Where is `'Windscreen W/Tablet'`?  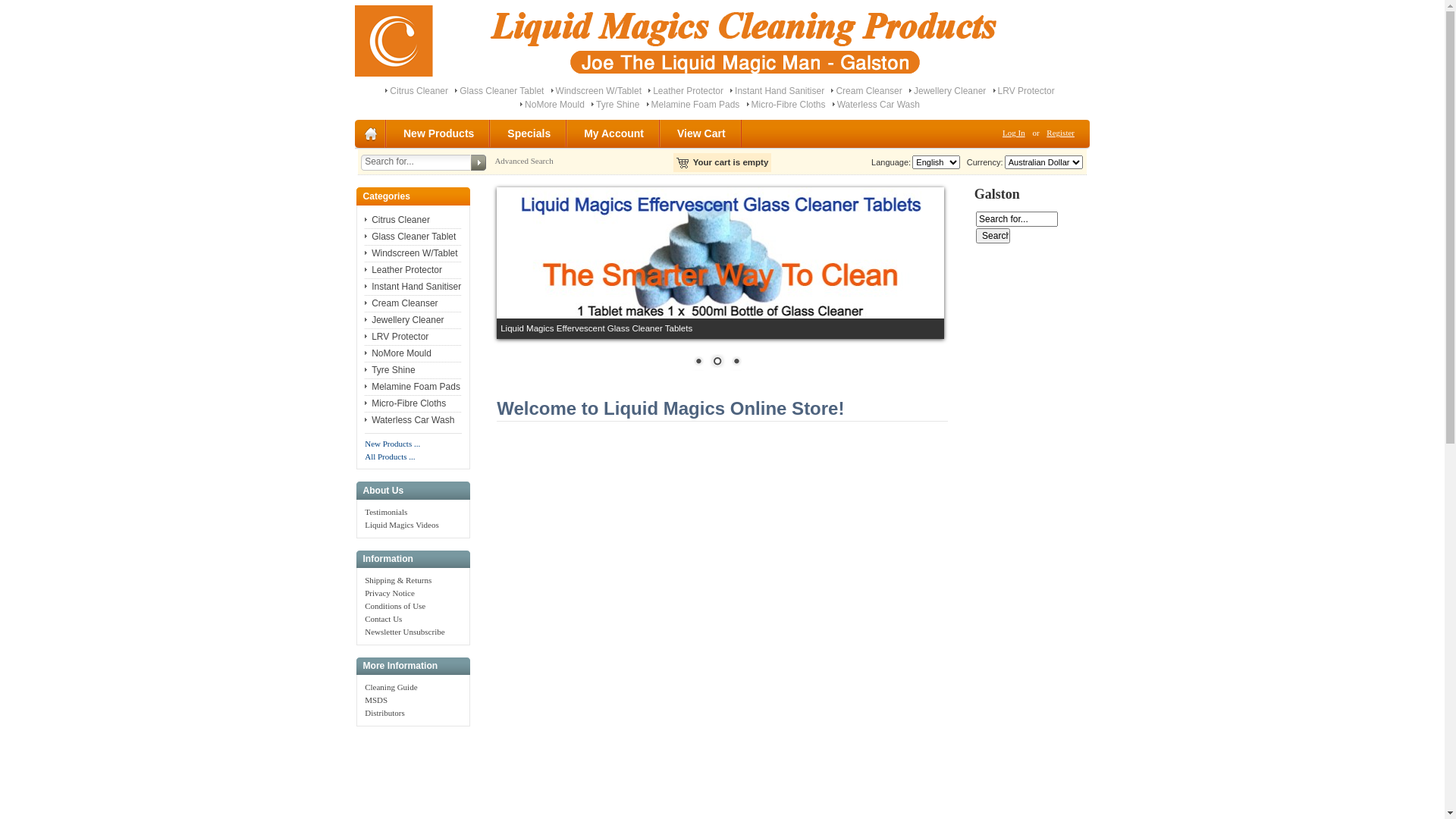
'Windscreen W/Tablet' is located at coordinates (411, 253).